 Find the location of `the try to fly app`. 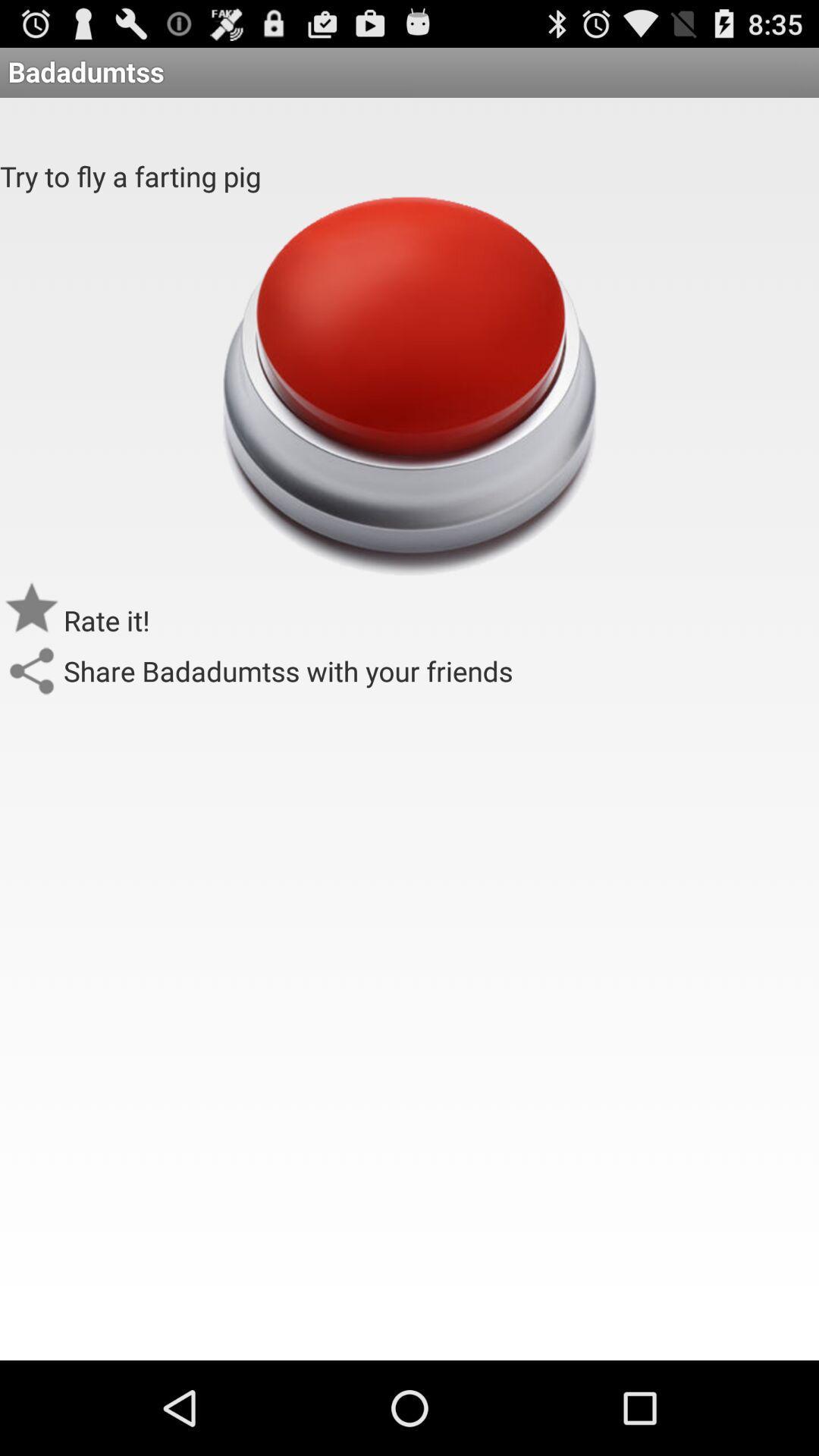

the try to fly app is located at coordinates (130, 176).